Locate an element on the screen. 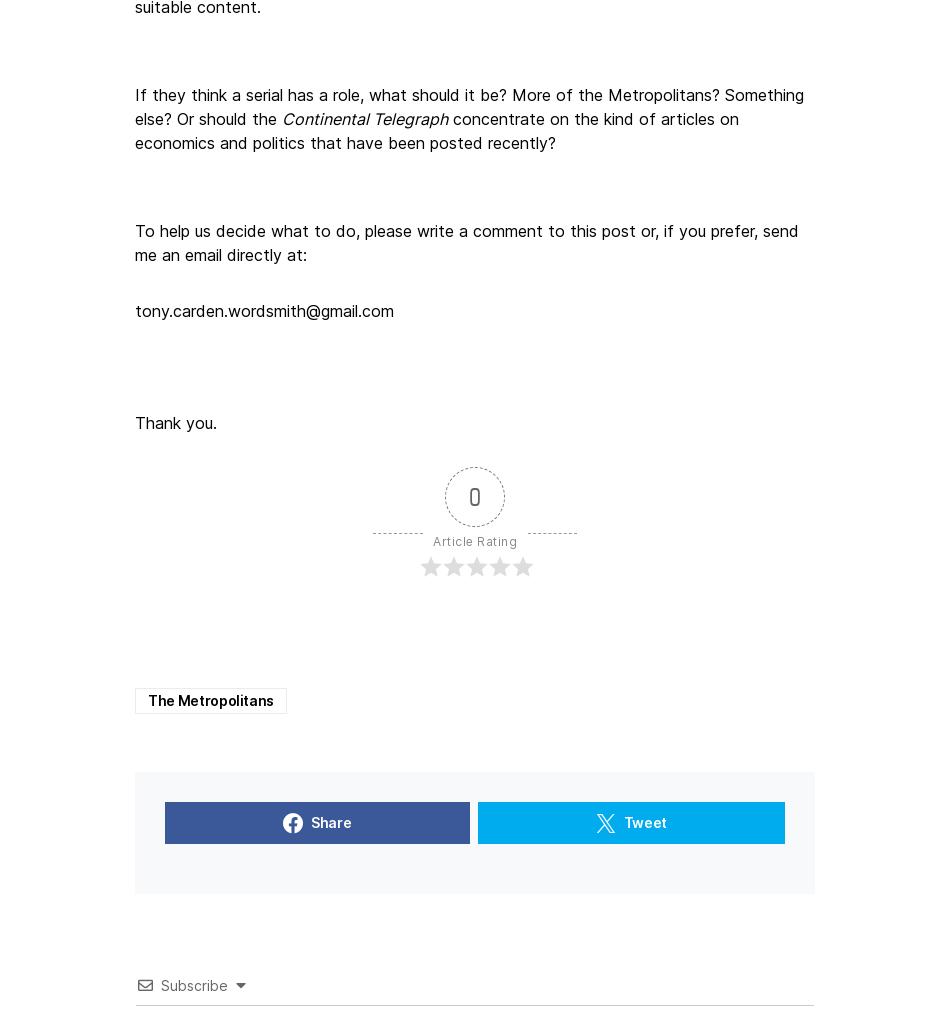  'Article Rating' is located at coordinates (432, 540).